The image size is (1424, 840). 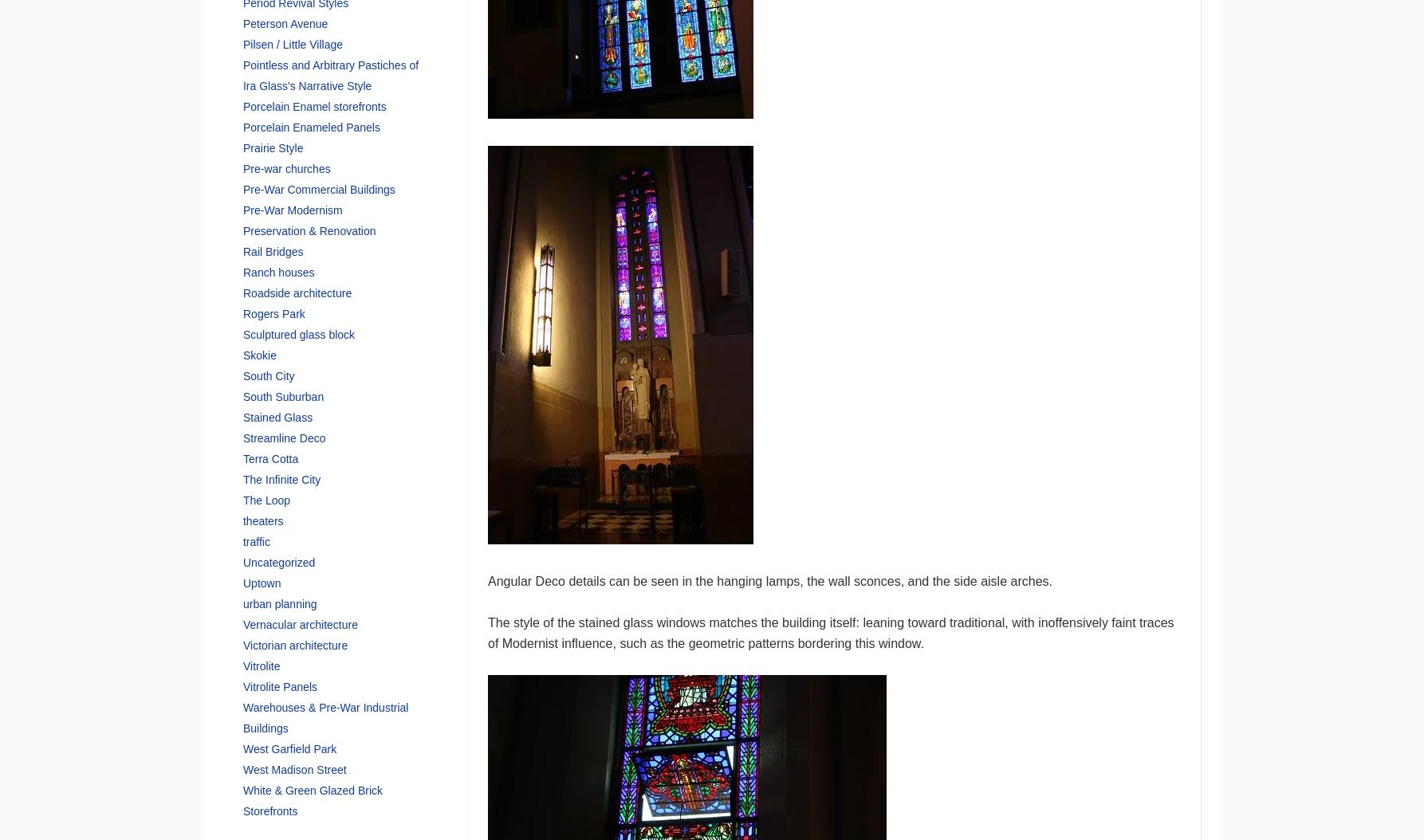 I want to click on 'The style of the stained glass windows matches the building itself: leaning toward traditional, with inoffensively faint traces of Modernist influence, such as the geometric patterns bordering this window.', so click(x=486, y=631).